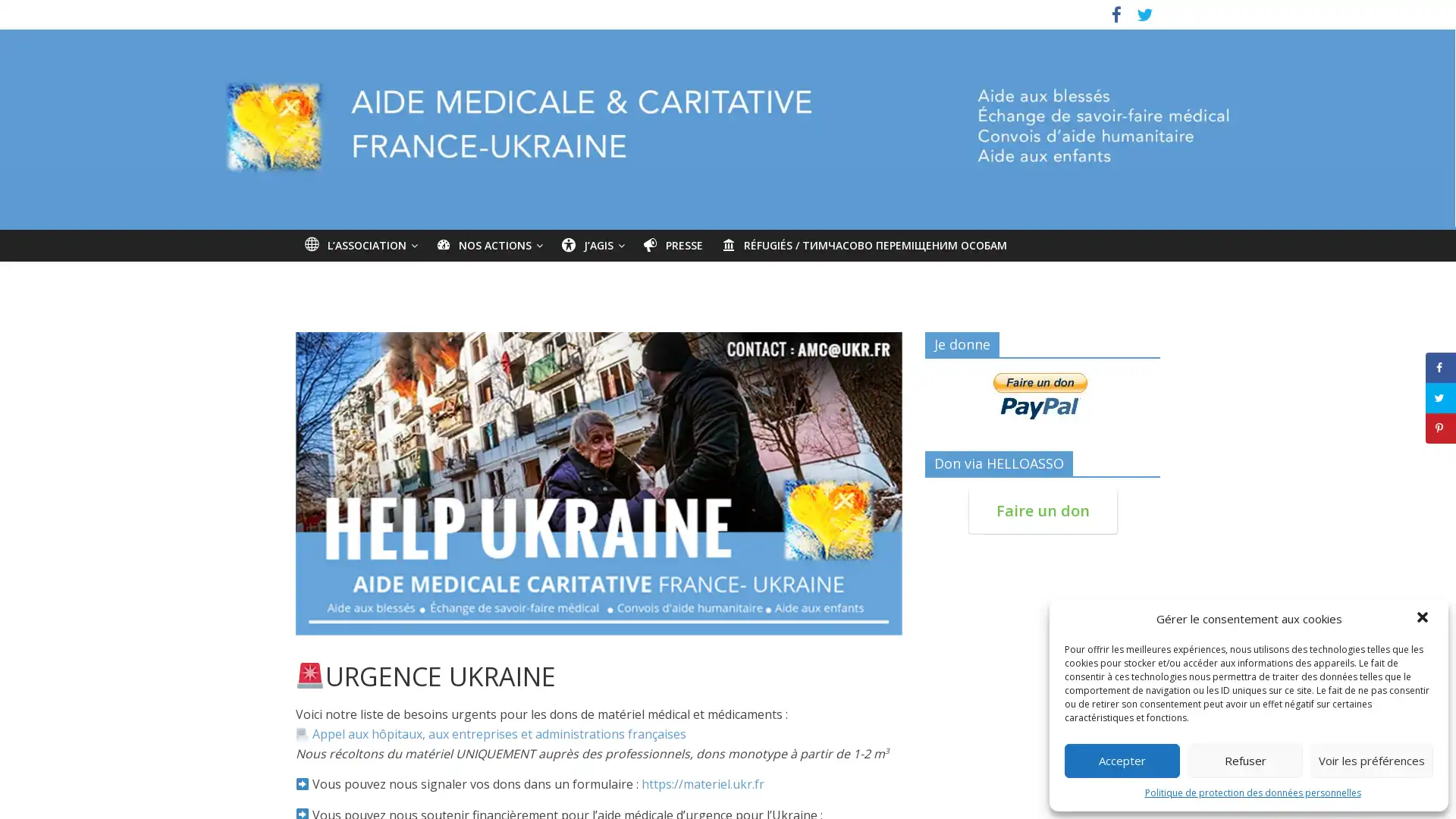 This screenshot has height=819, width=1456. What do you see at coordinates (1122, 760) in the screenshot?
I see `Accepter` at bounding box center [1122, 760].